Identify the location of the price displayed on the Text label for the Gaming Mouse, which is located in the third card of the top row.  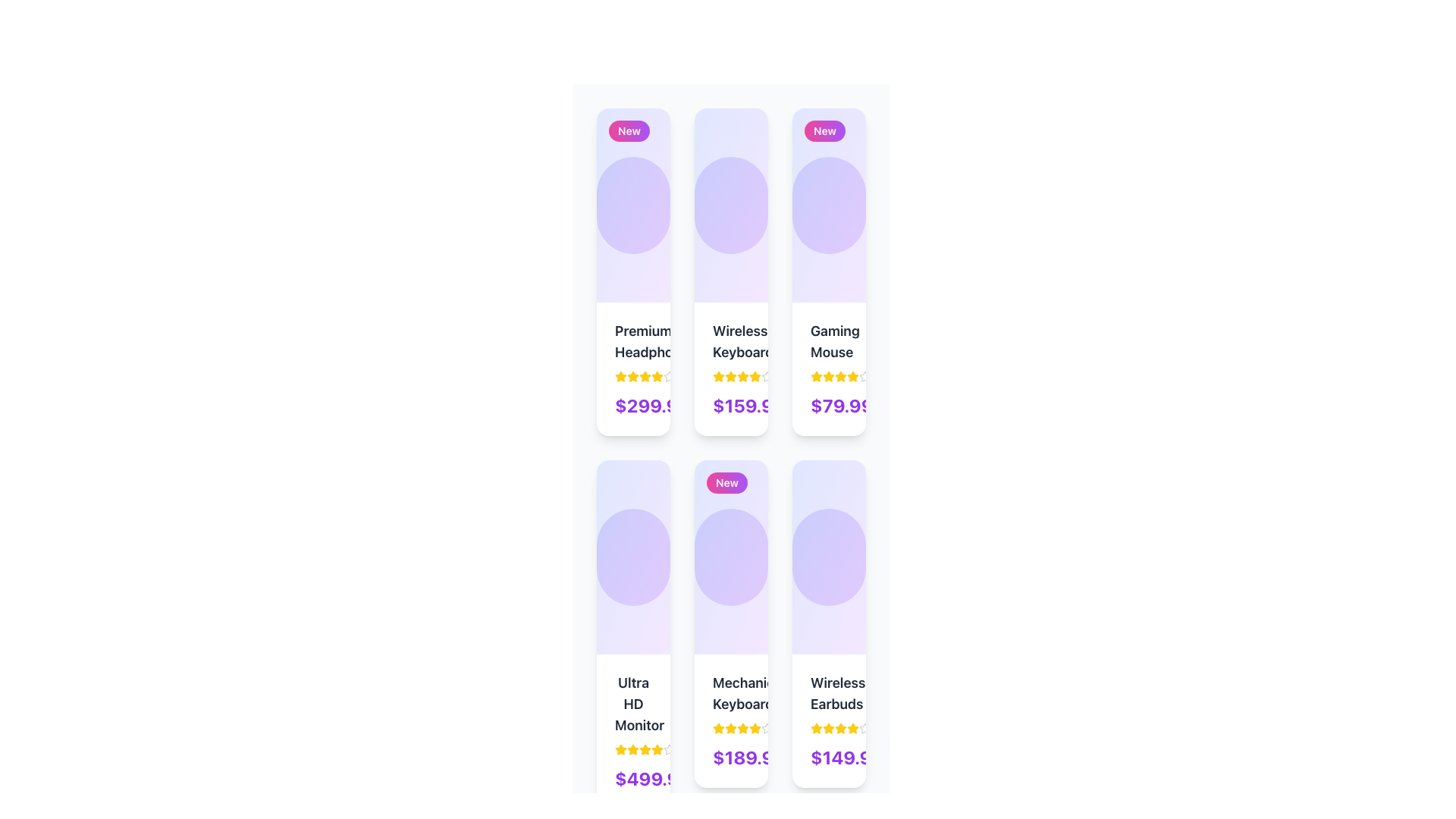
(841, 405).